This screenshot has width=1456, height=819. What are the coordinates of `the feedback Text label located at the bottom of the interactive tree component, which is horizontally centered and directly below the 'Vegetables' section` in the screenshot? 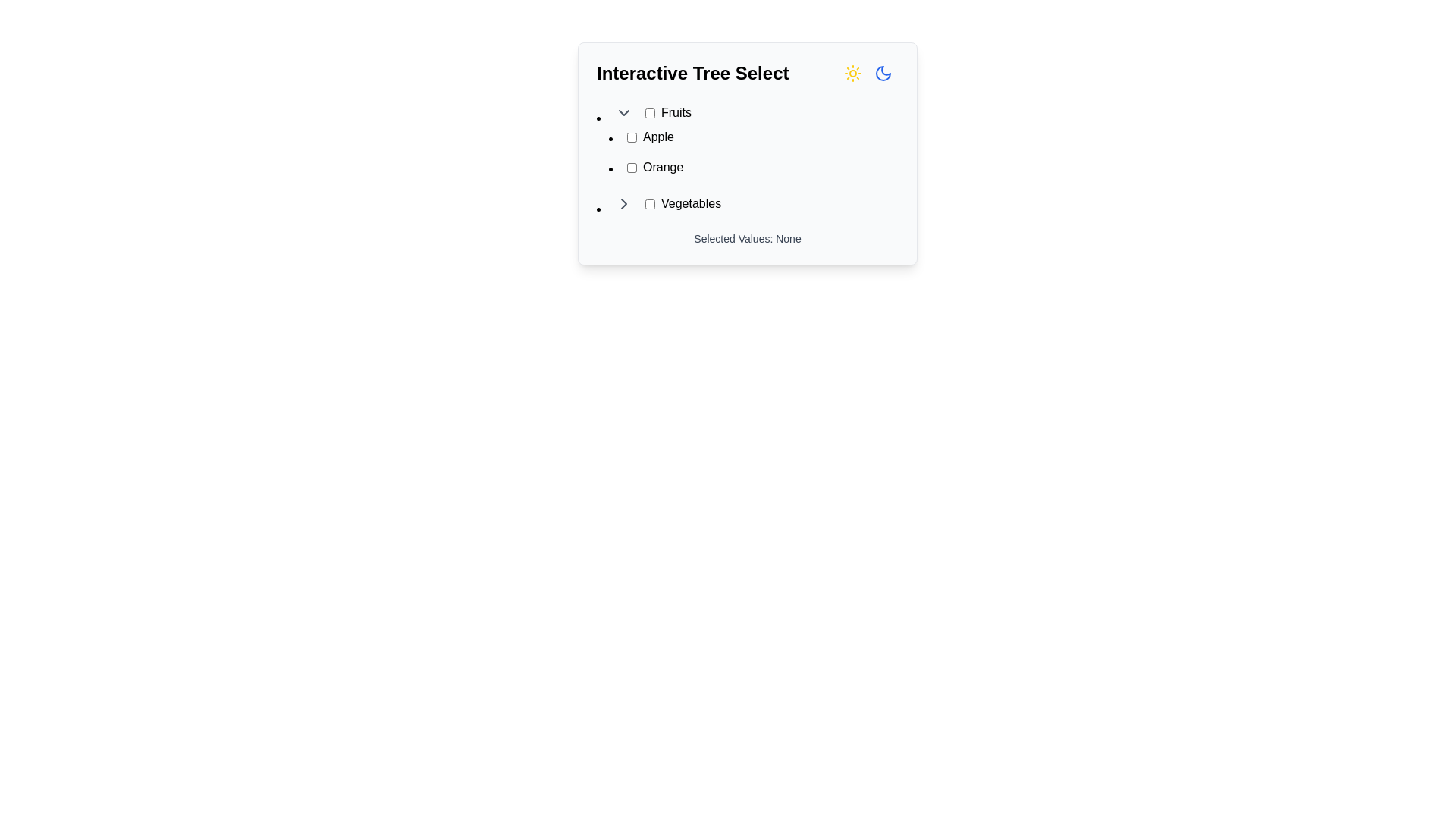 It's located at (747, 233).